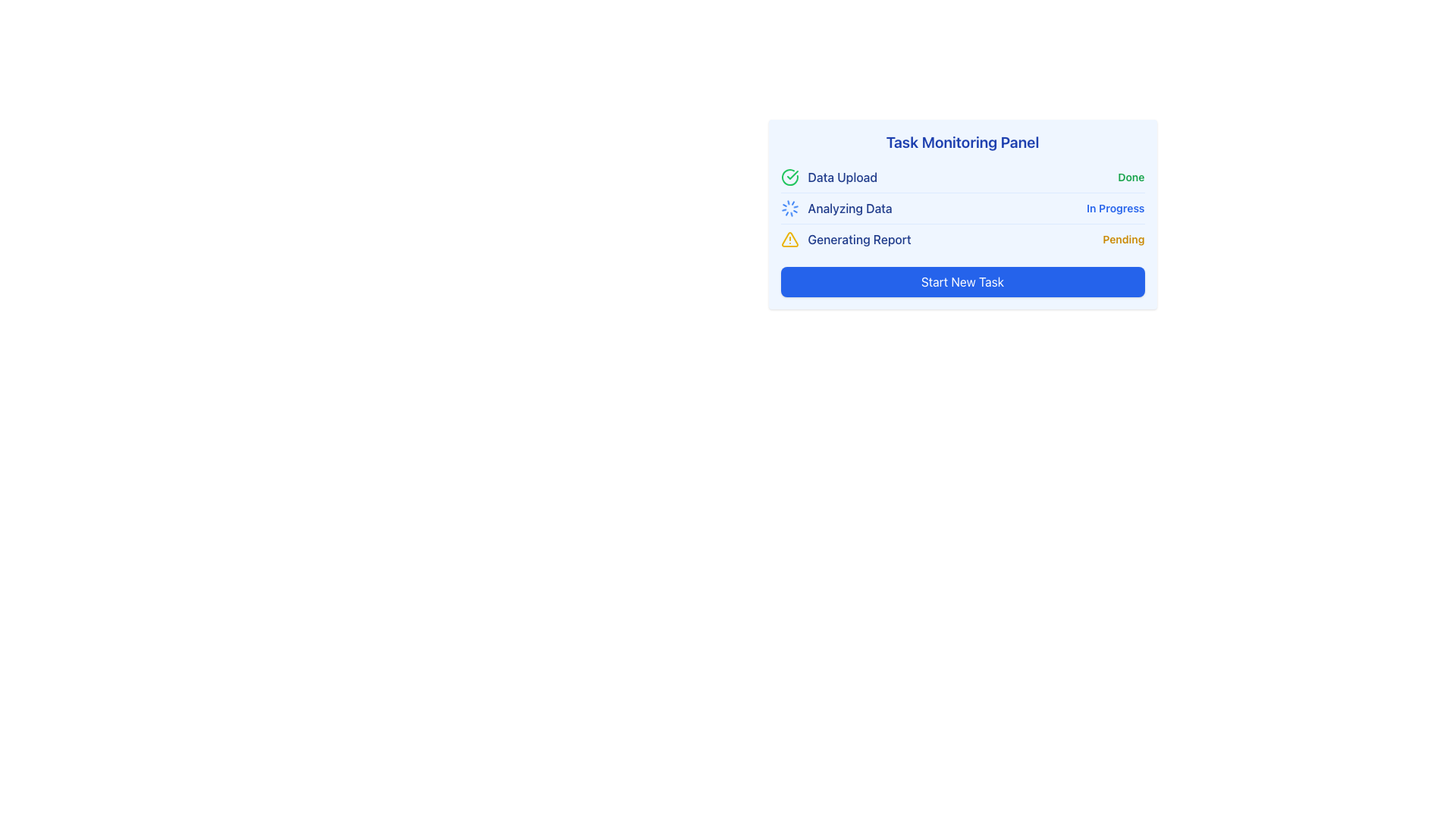 Image resolution: width=1456 pixels, height=819 pixels. Describe the element at coordinates (789, 239) in the screenshot. I see `the warning SVG icon located in the 'Generating Report' row of the 'Task Monitoring Panel' section` at that location.